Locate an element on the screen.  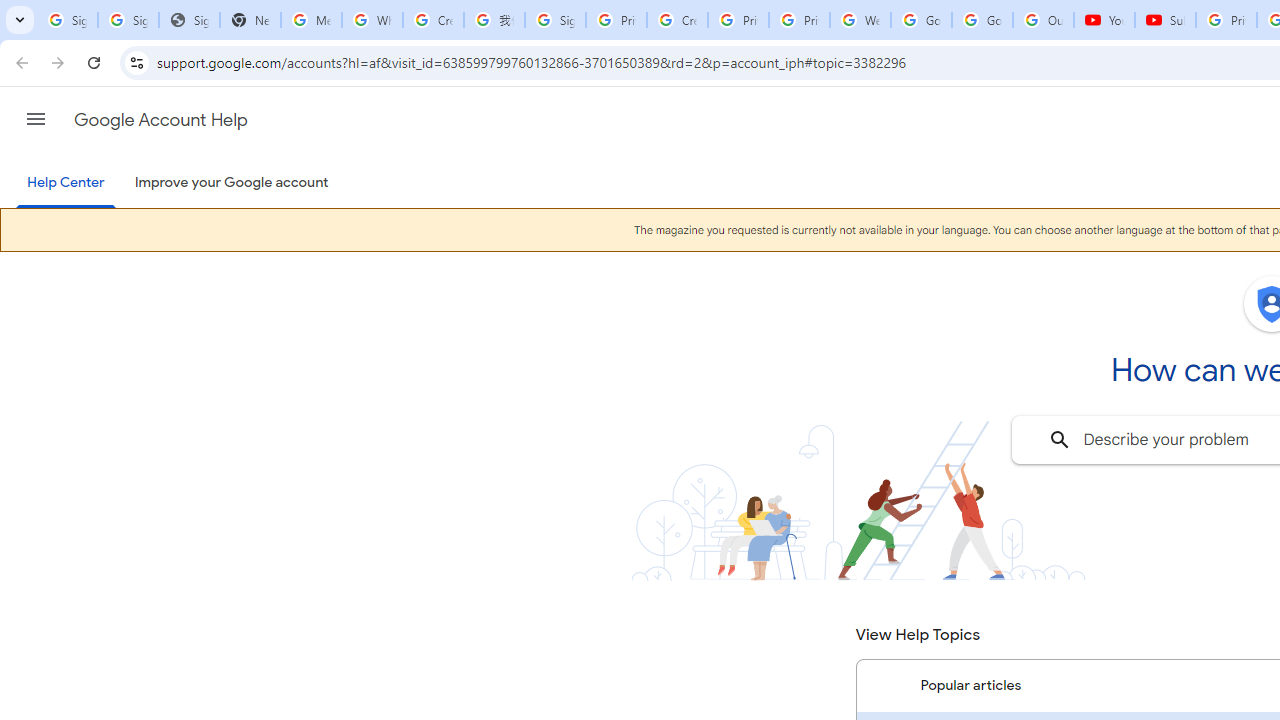
'Improve your Google account' is located at coordinates (231, 183).